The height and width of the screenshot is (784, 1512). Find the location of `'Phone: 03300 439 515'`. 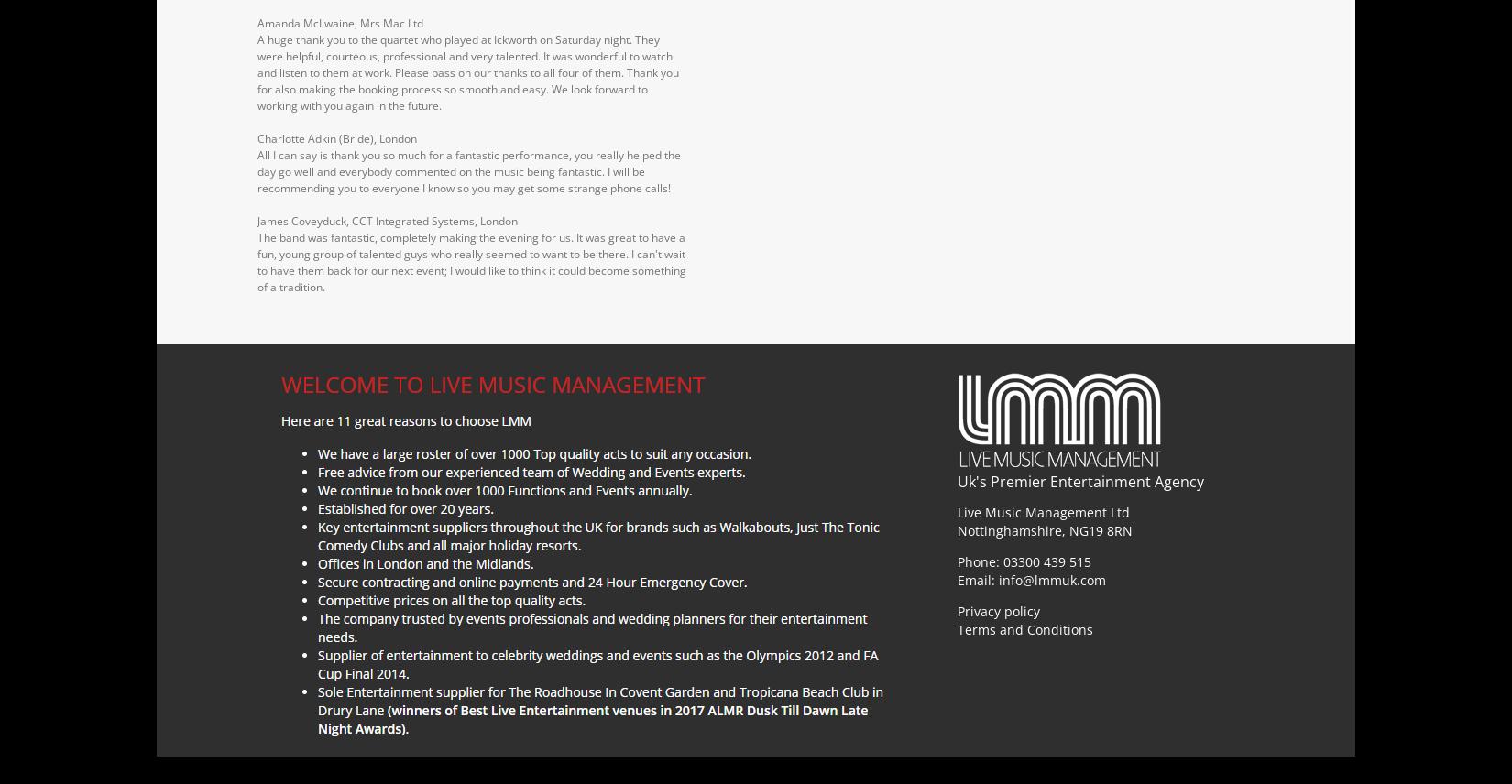

'Phone: 03300 439 515' is located at coordinates (1024, 560).